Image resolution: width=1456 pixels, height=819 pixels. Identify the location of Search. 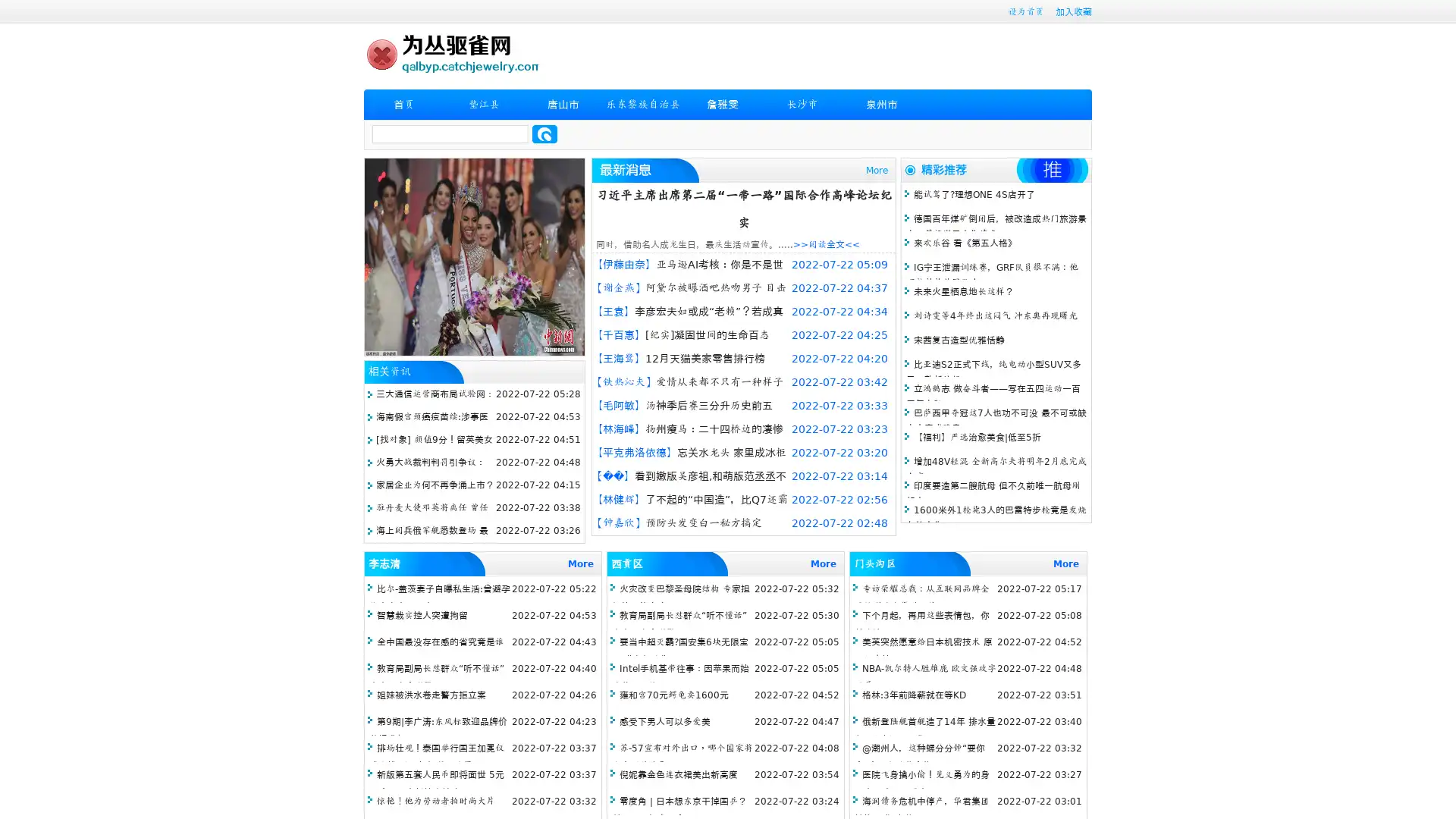
(544, 133).